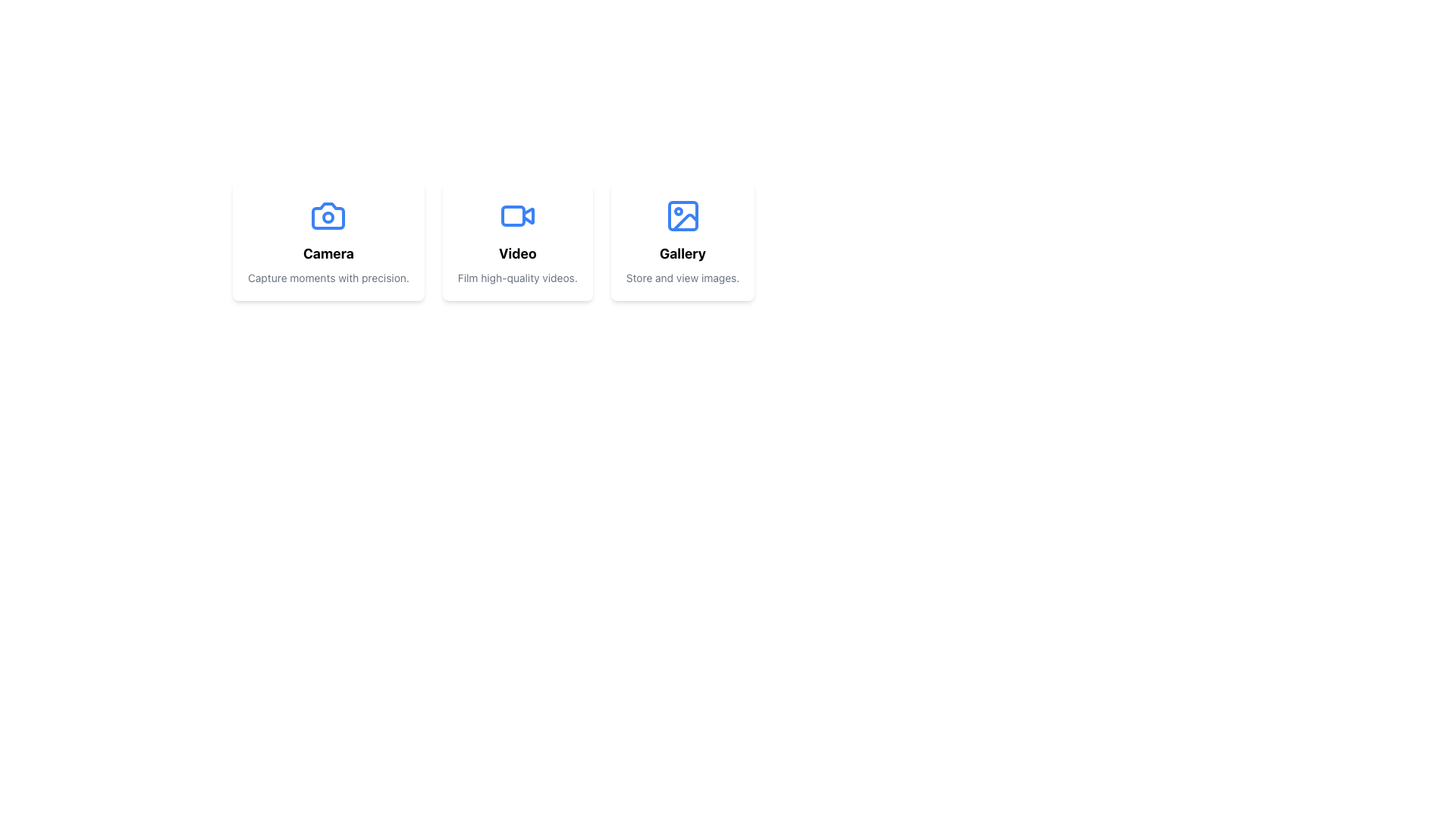  What do you see at coordinates (328, 241) in the screenshot?
I see `the first Static Card located at the top left of the group` at bounding box center [328, 241].